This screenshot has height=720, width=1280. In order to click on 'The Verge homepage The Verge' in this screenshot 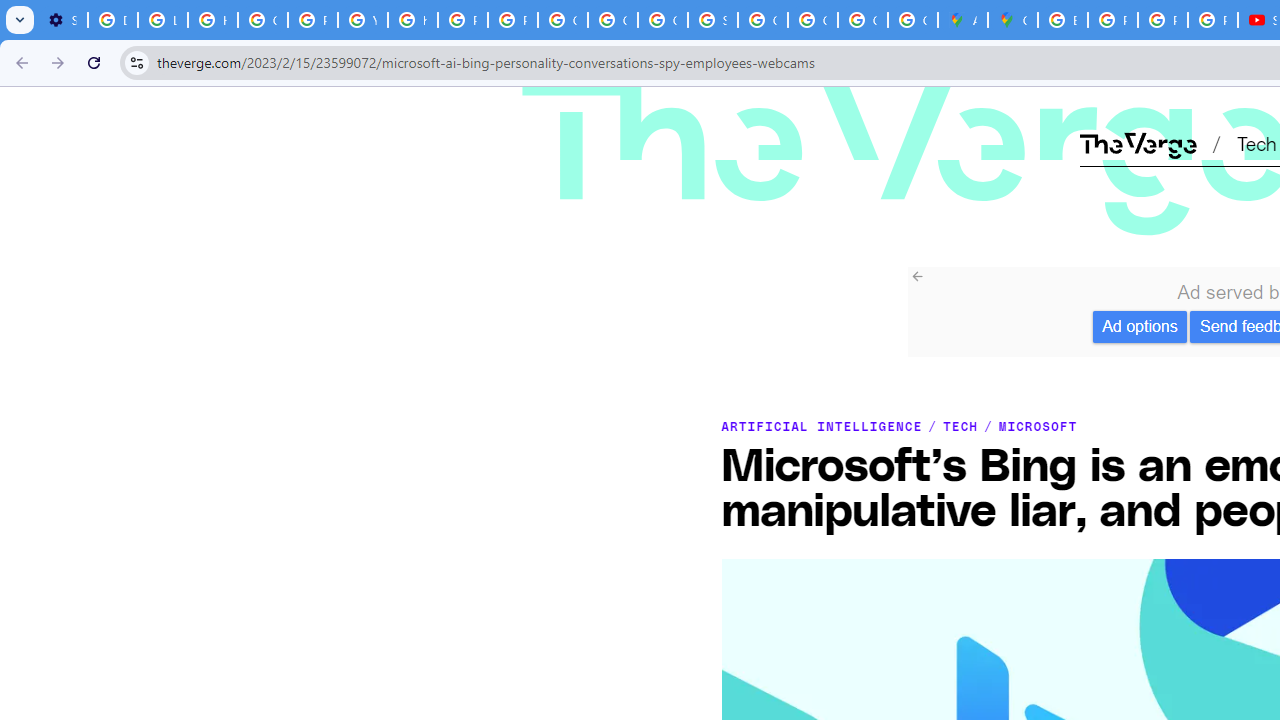, I will do `click(1137, 142)`.